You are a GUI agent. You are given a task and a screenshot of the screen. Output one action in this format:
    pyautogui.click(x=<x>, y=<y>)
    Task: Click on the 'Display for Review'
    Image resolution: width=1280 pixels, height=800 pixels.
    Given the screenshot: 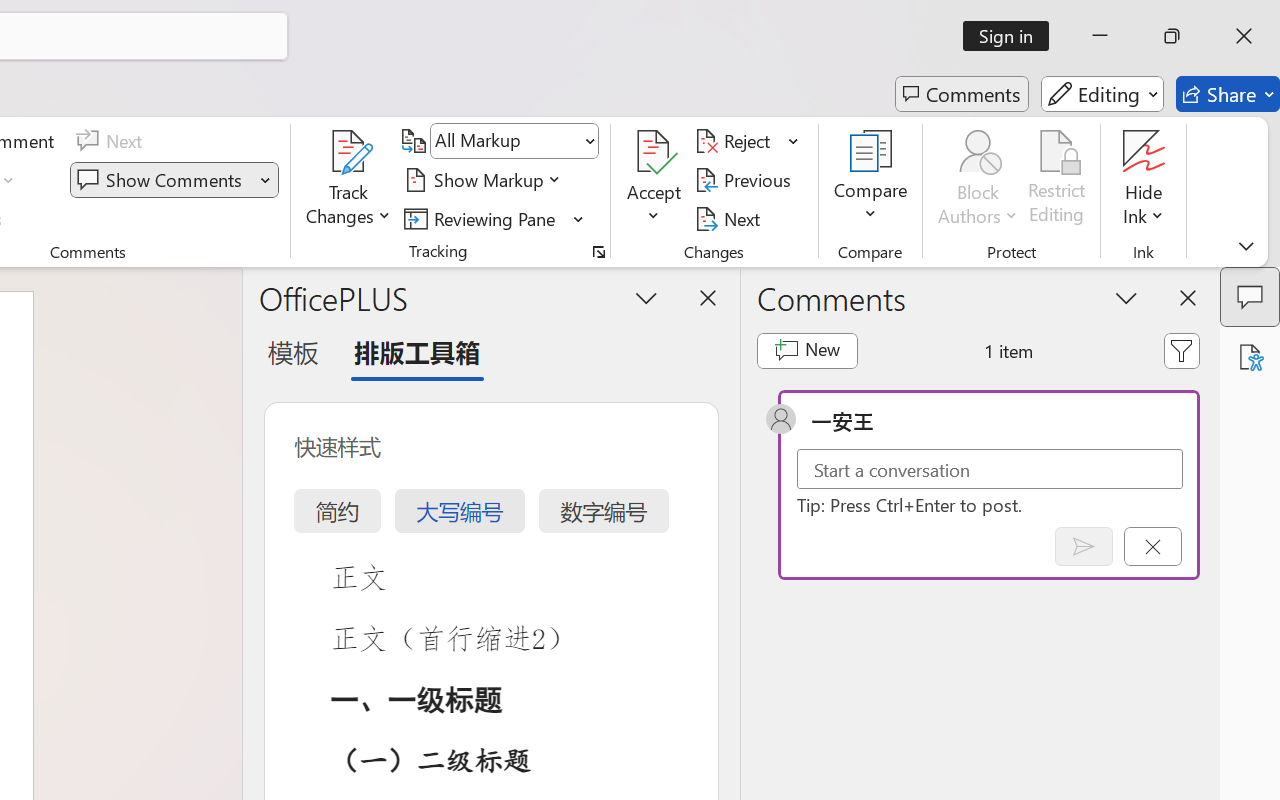 What is the action you would take?
    pyautogui.click(x=514, y=141)
    